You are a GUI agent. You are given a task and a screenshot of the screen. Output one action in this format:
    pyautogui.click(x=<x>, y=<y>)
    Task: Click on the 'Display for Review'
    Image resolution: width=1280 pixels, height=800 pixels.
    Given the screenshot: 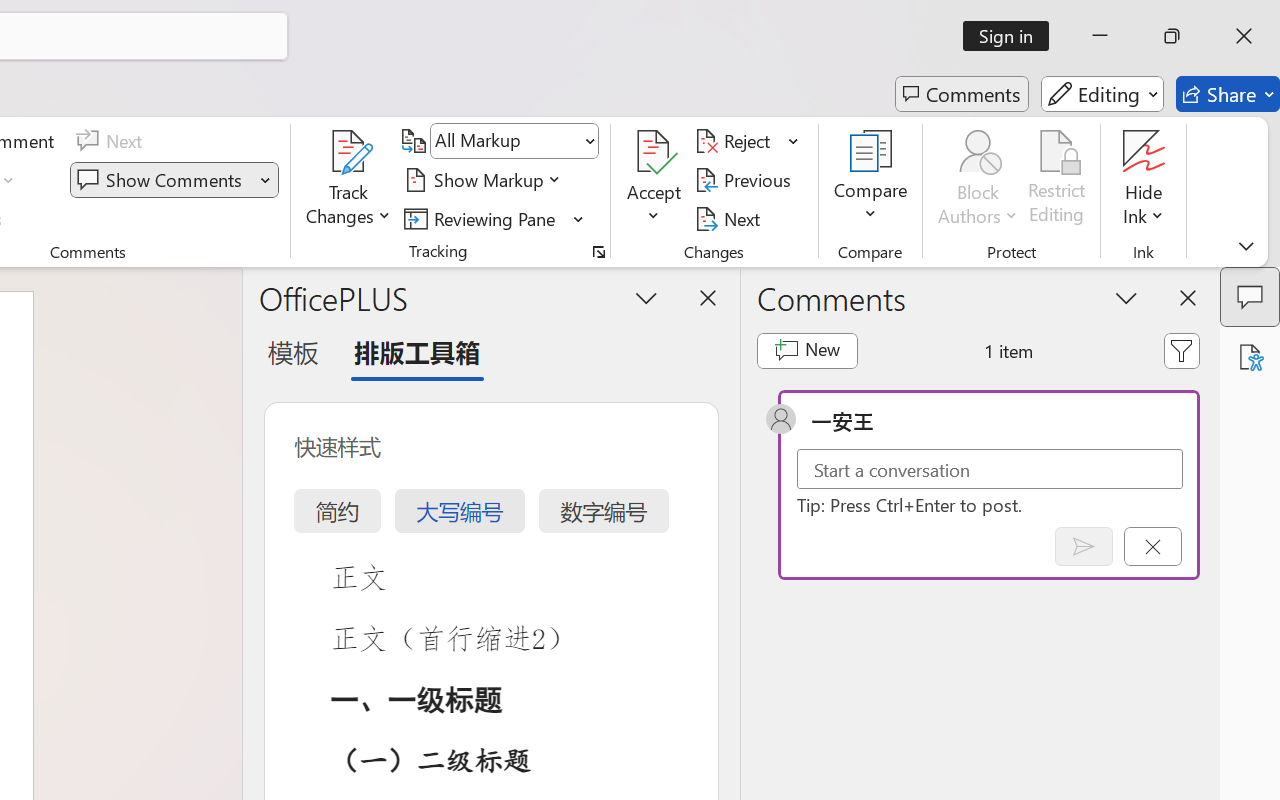 What is the action you would take?
    pyautogui.click(x=514, y=141)
    